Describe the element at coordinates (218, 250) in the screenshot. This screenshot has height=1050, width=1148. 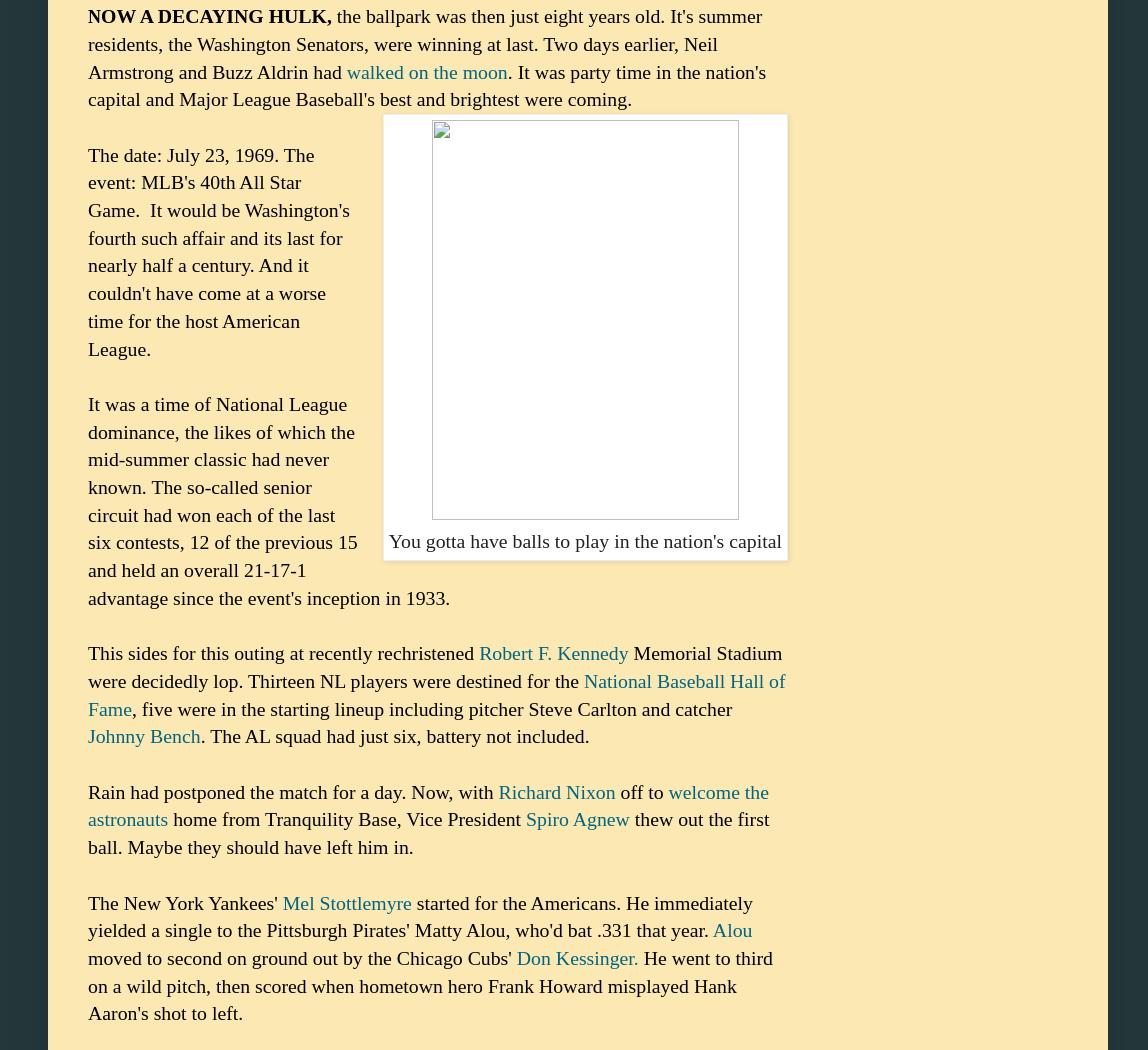
I see `'The date: July 23, 1969. The event: MLB's 40th All Star Game.  It would be Washington's fourth such affair and its last for nearly half a century. And it couldn't have come at a worse time for the host American League.'` at that location.